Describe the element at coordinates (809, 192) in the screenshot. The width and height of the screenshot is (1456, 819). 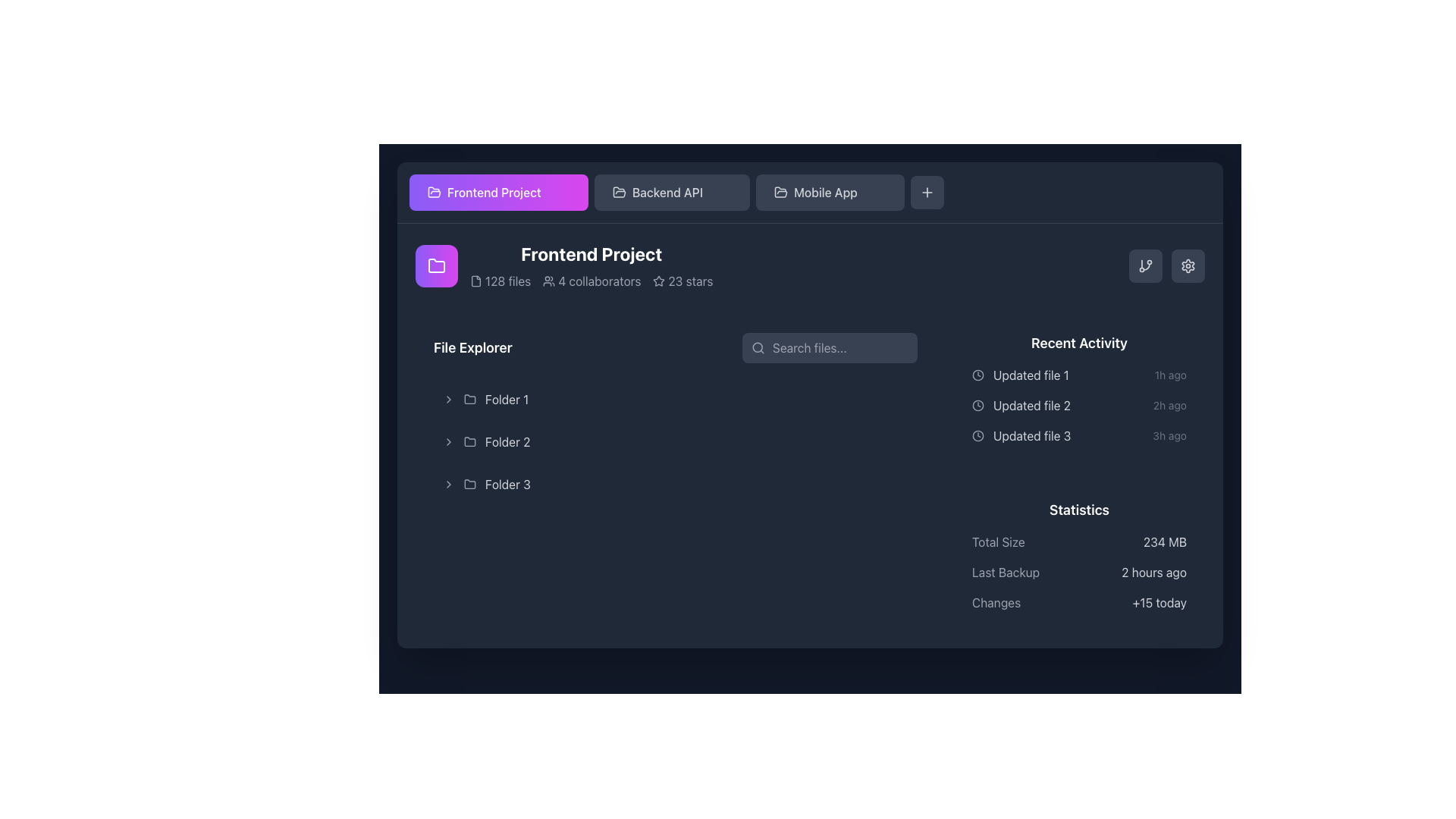
I see `the 'Frontend Project' button` at that location.